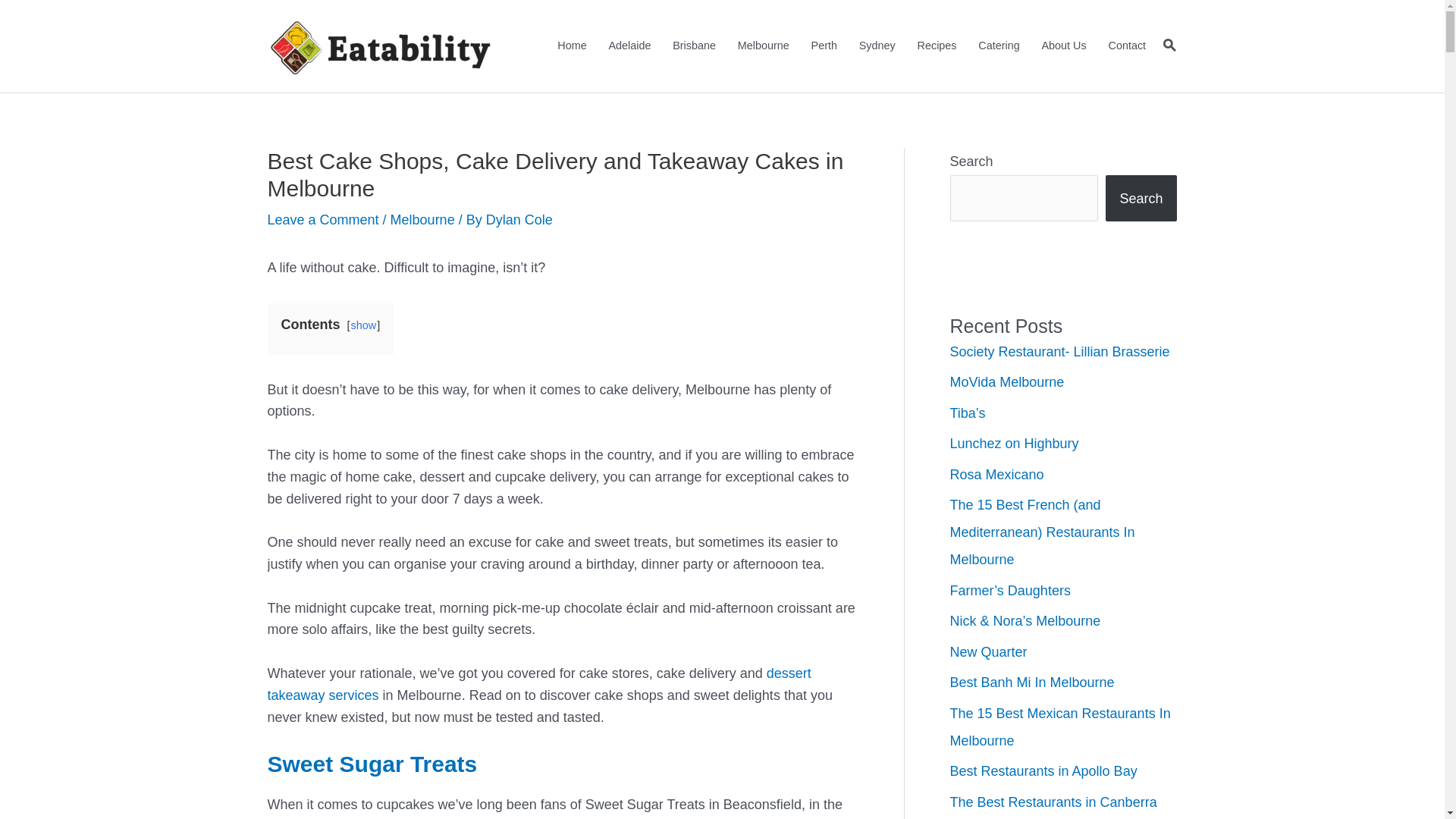 The width and height of the screenshot is (1456, 819). Describe the element at coordinates (1031, 681) in the screenshot. I see `'Best Banh Mi In Melbourne'` at that location.